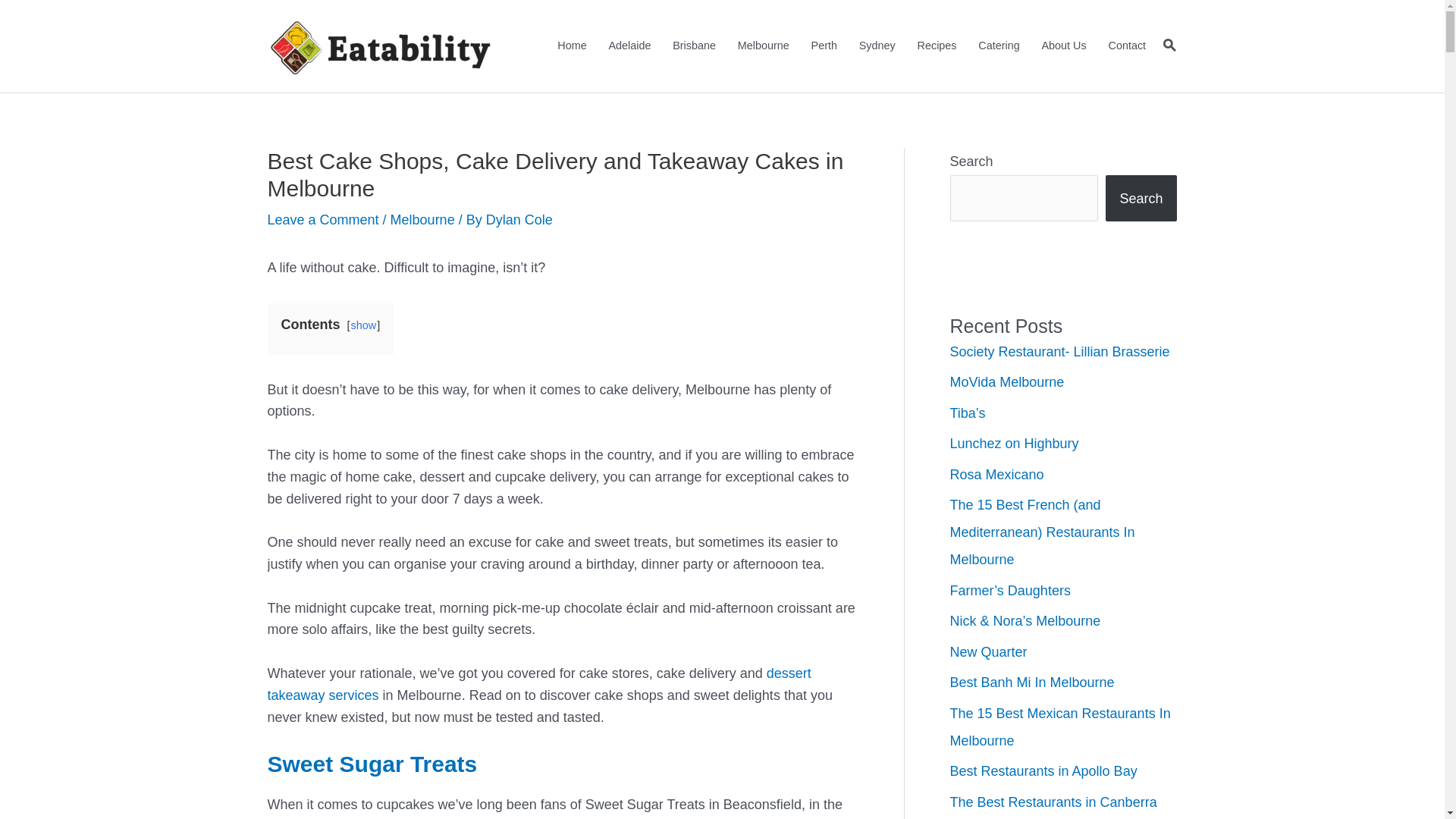 The width and height of the screenshot is (1456, 819). Describe the element at coordinates (1031, 681) in the screenshot. I see `'Best Banh Mi In Melbourne'` at that location.